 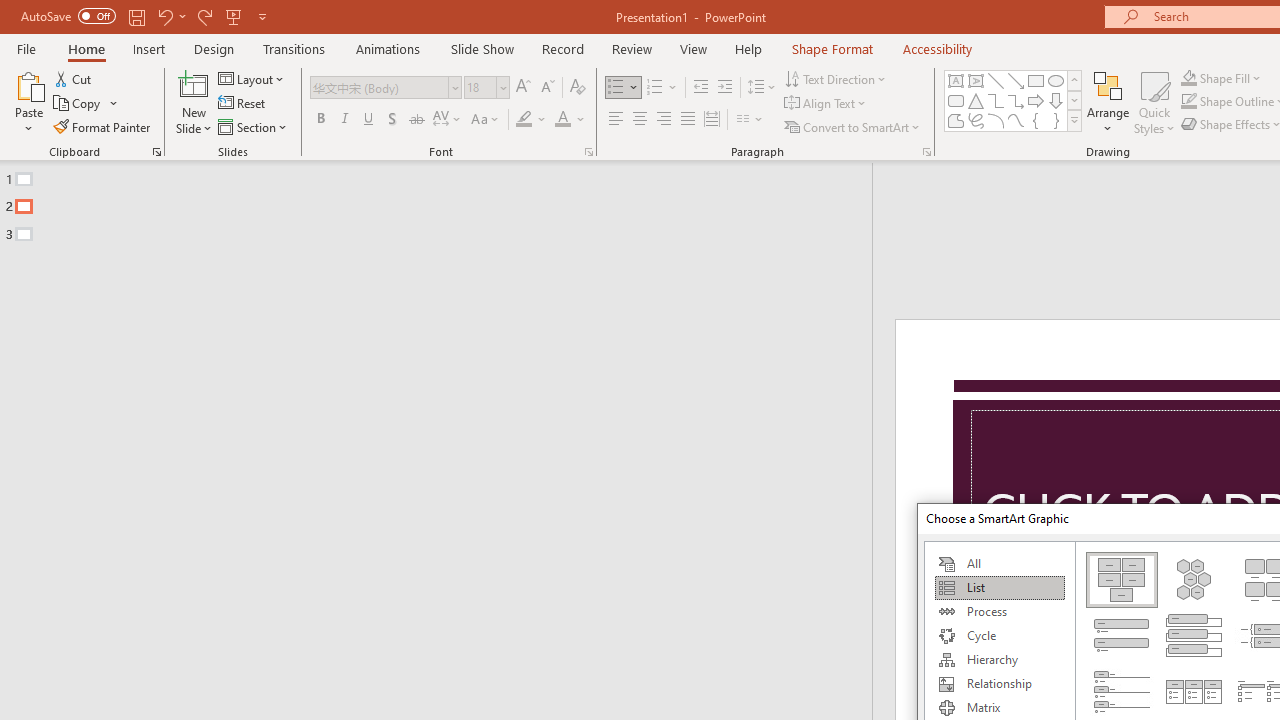 What do you see at coordinates (74, 78) in the screenshot?
I see `'Cut'` at bounding box center [74, 78].